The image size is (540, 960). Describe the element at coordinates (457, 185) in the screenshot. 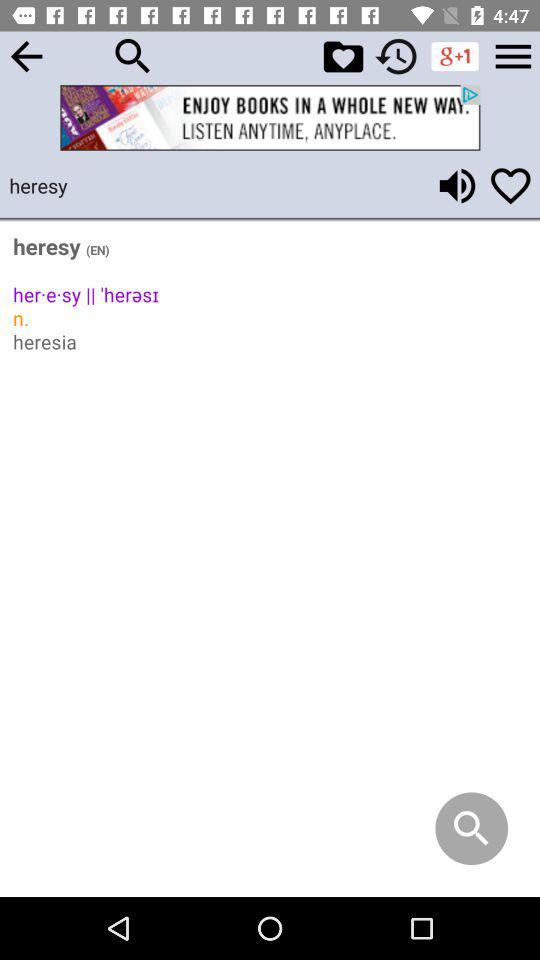

I see `the volume icon` at that location.